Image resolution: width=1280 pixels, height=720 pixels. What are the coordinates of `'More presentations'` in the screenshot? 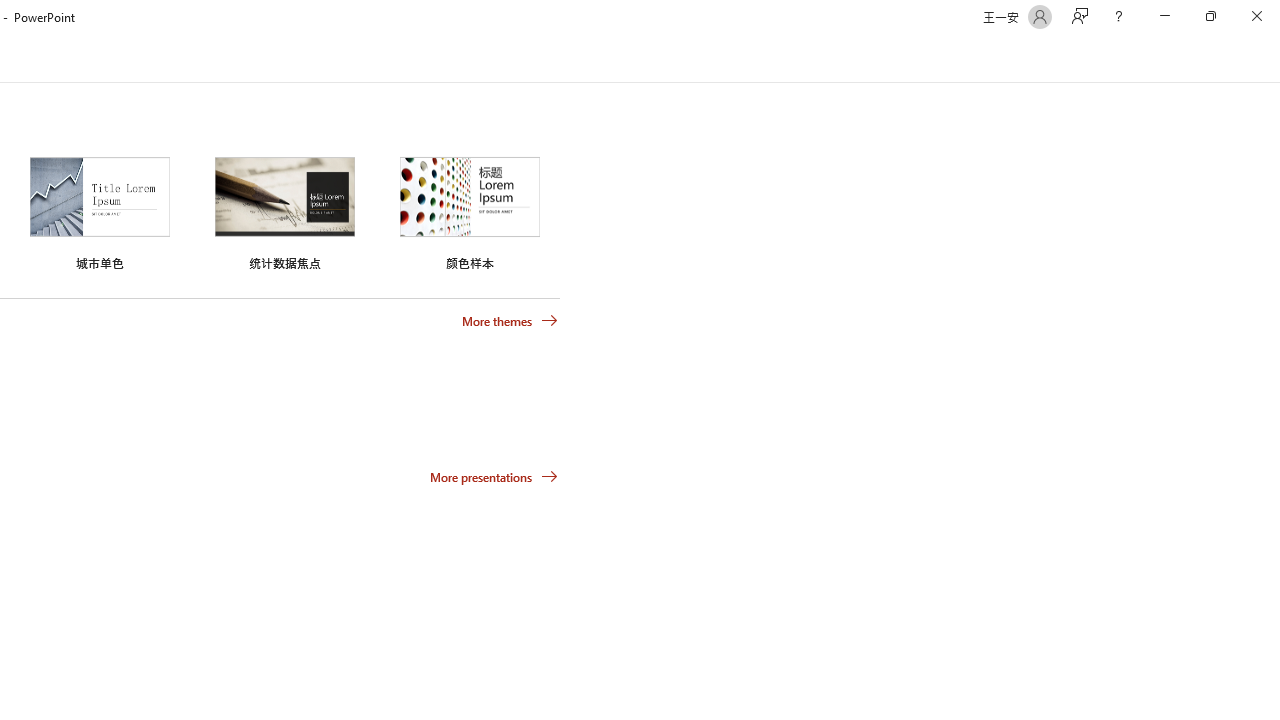 It's located at (494, 477).